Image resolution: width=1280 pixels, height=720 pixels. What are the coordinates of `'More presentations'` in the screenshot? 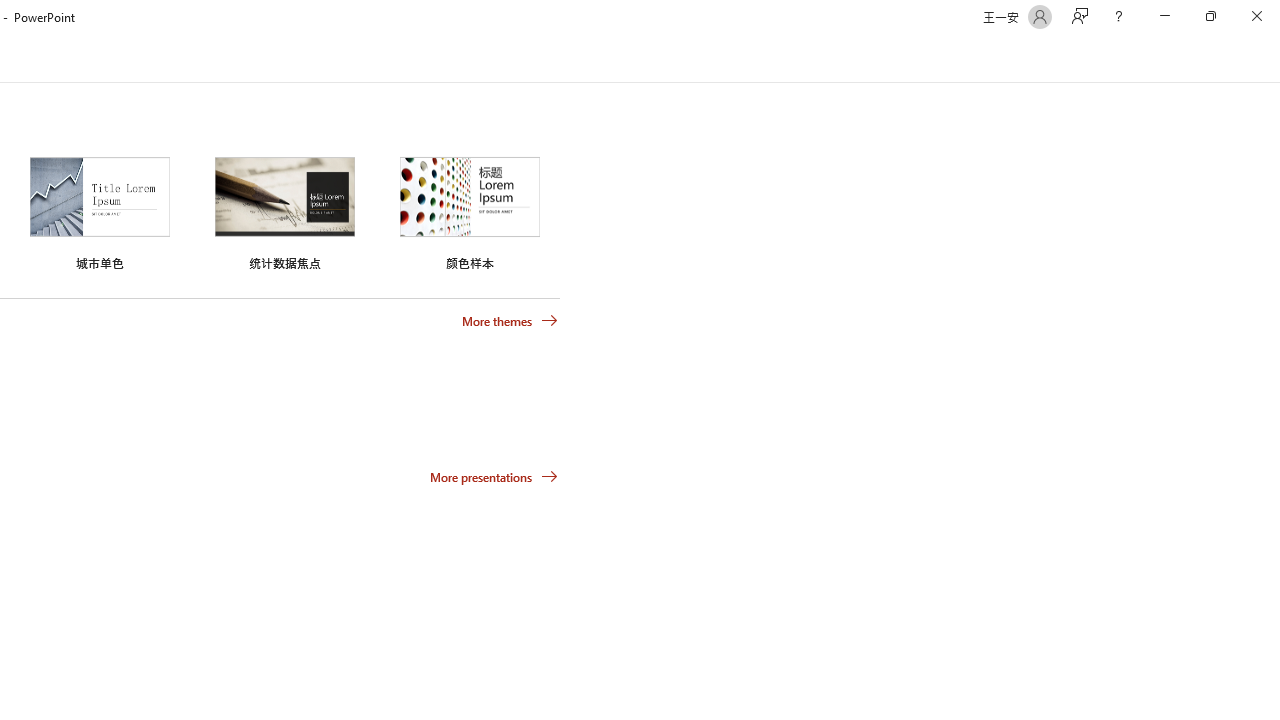 It's located at (494, 477).